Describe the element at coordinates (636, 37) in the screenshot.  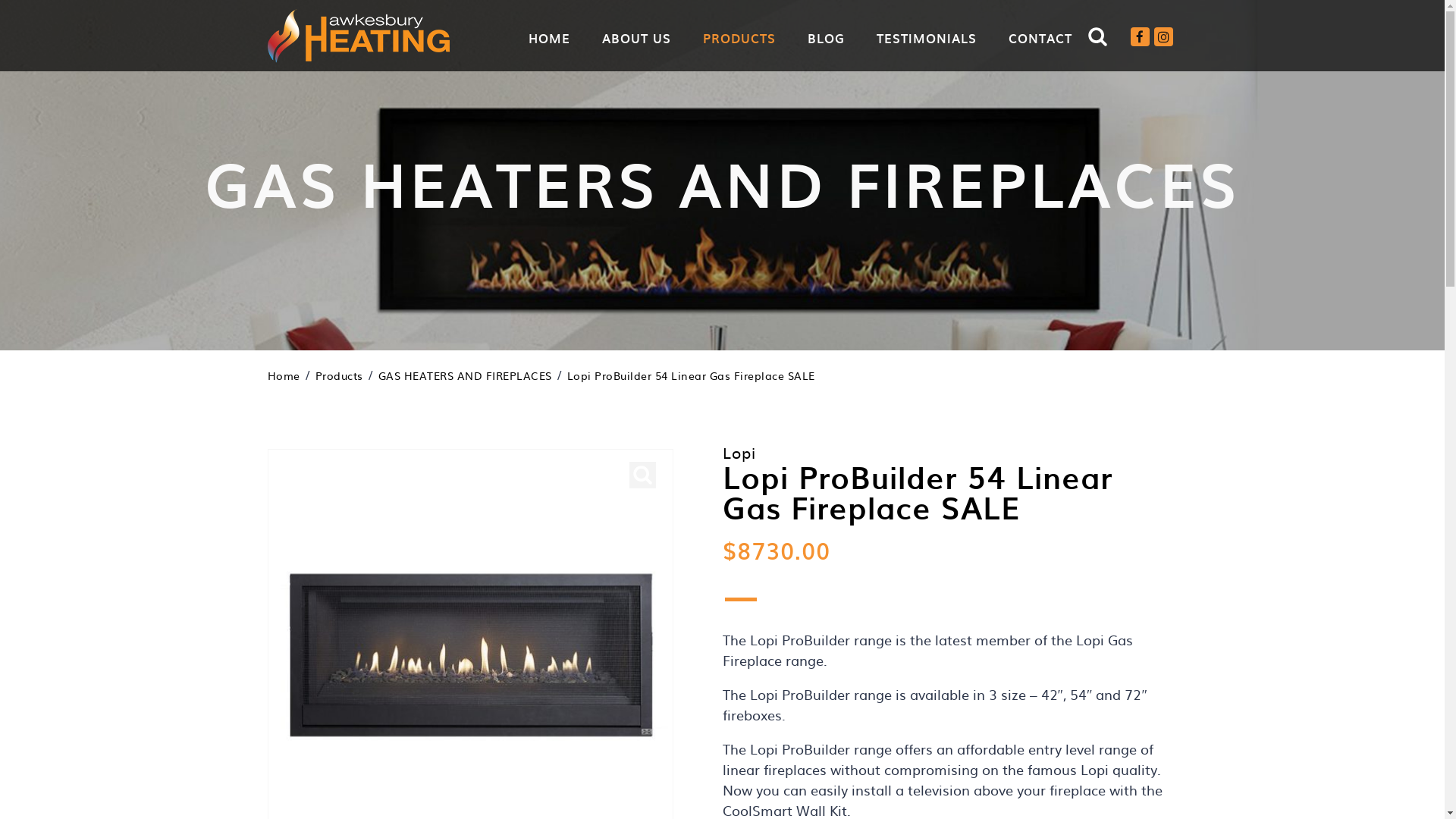
I see `'ABOUT US'` at that location.